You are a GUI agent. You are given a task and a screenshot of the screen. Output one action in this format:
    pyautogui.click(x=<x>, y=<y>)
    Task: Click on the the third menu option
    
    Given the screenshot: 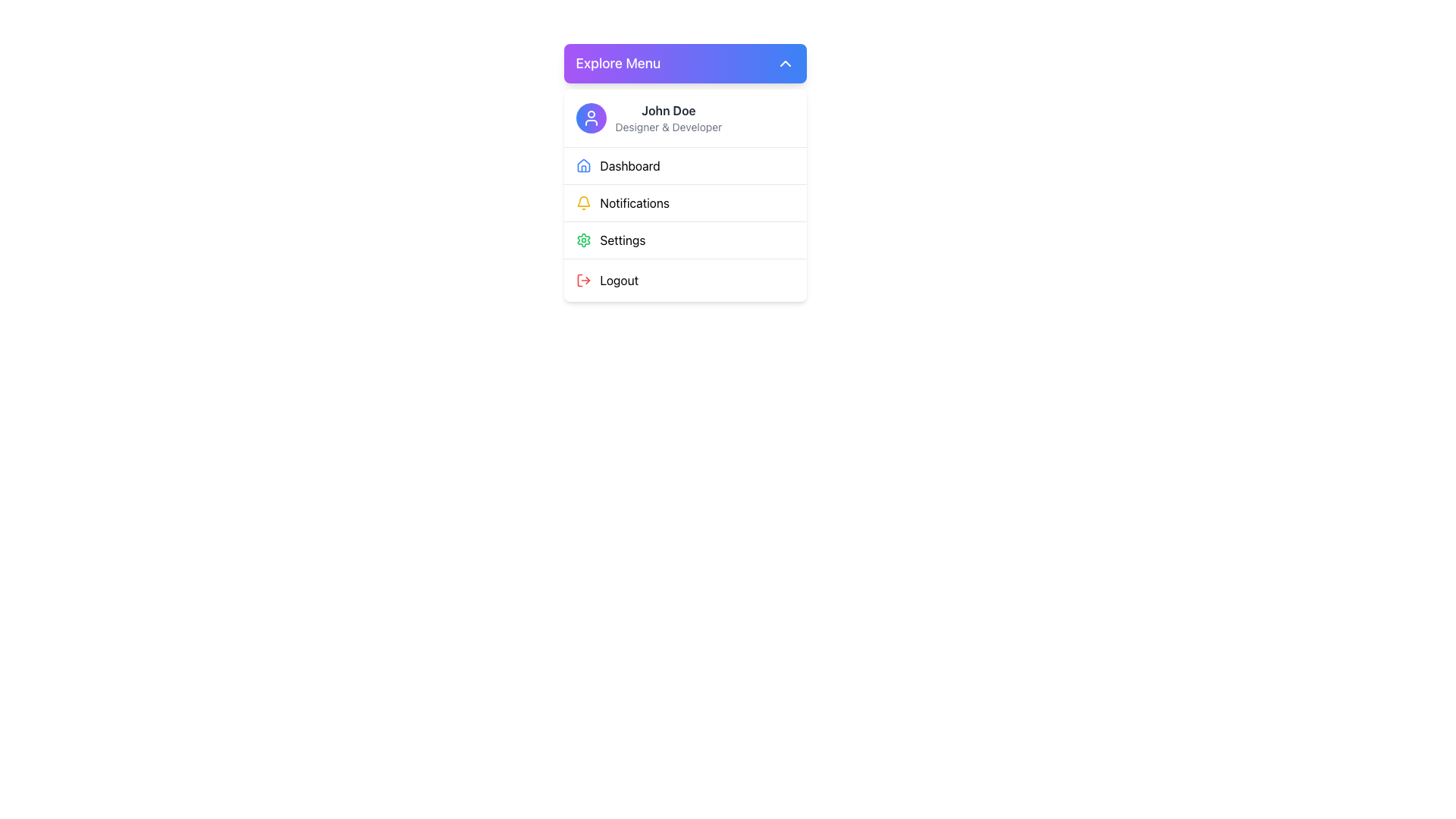 What is the action you would take?
    pyautogui.click(x=684, y=239)
    